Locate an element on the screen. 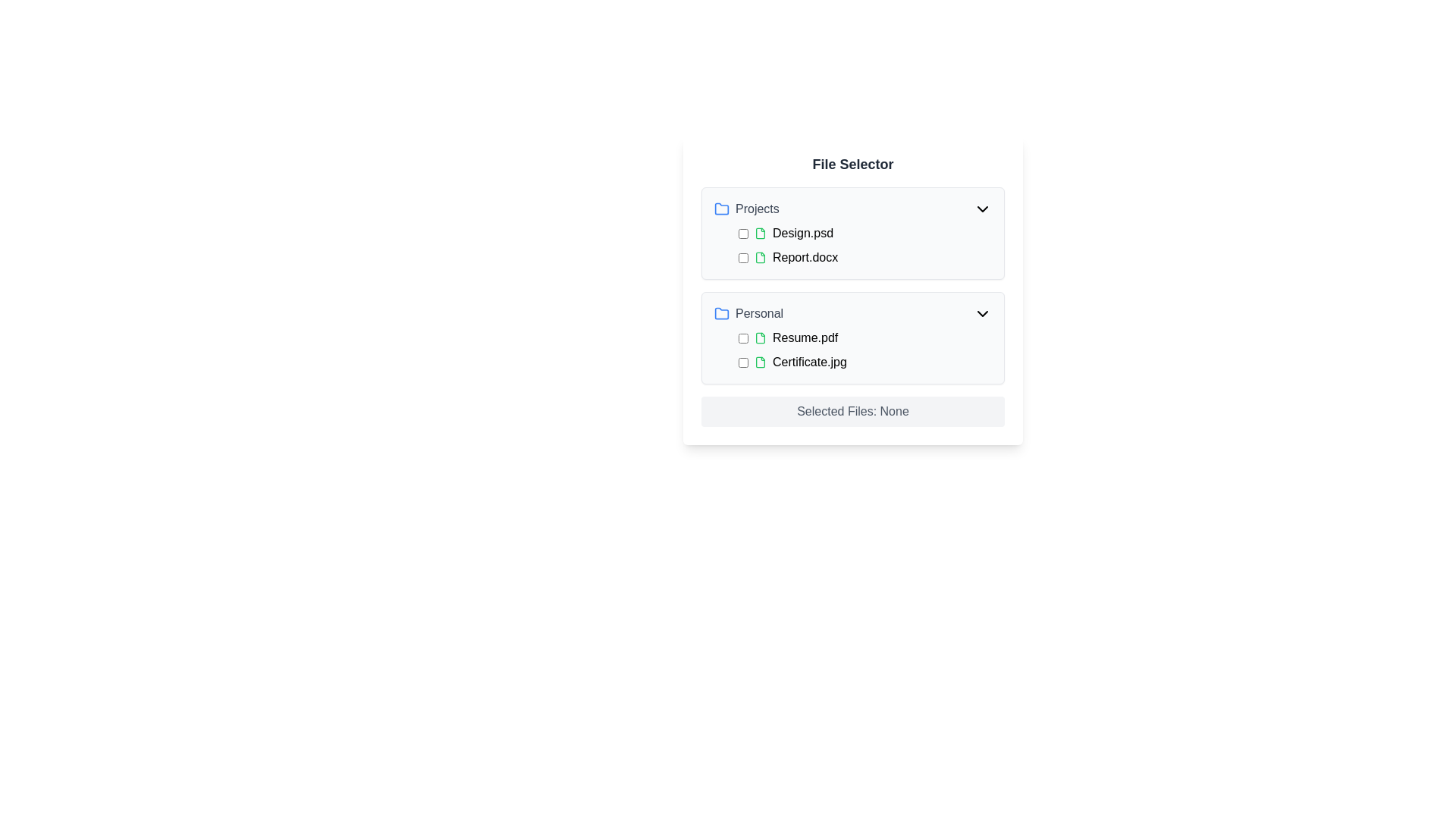 The width and height of the screenshot is (1456, 819). the small square checkbox located to the left of the text label 'Report.docx' in the 'Projects' section is located at coordinates (743, 256).